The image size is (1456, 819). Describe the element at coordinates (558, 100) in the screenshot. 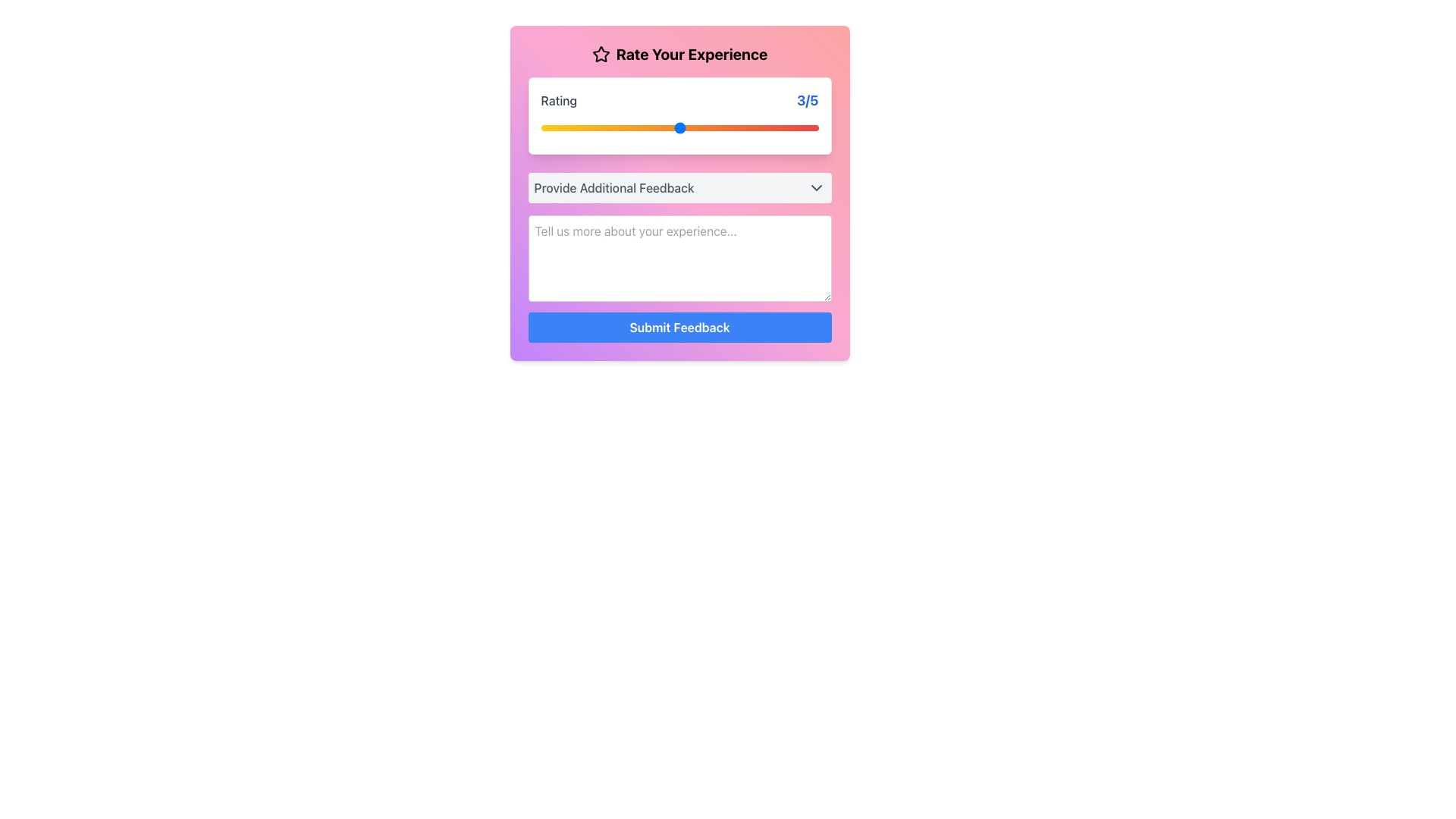

I see `the Text label that indicates the meaning of the slider and numerical value, located near the top of the interface, to the left of '3/5' and above the slider control` at that location.